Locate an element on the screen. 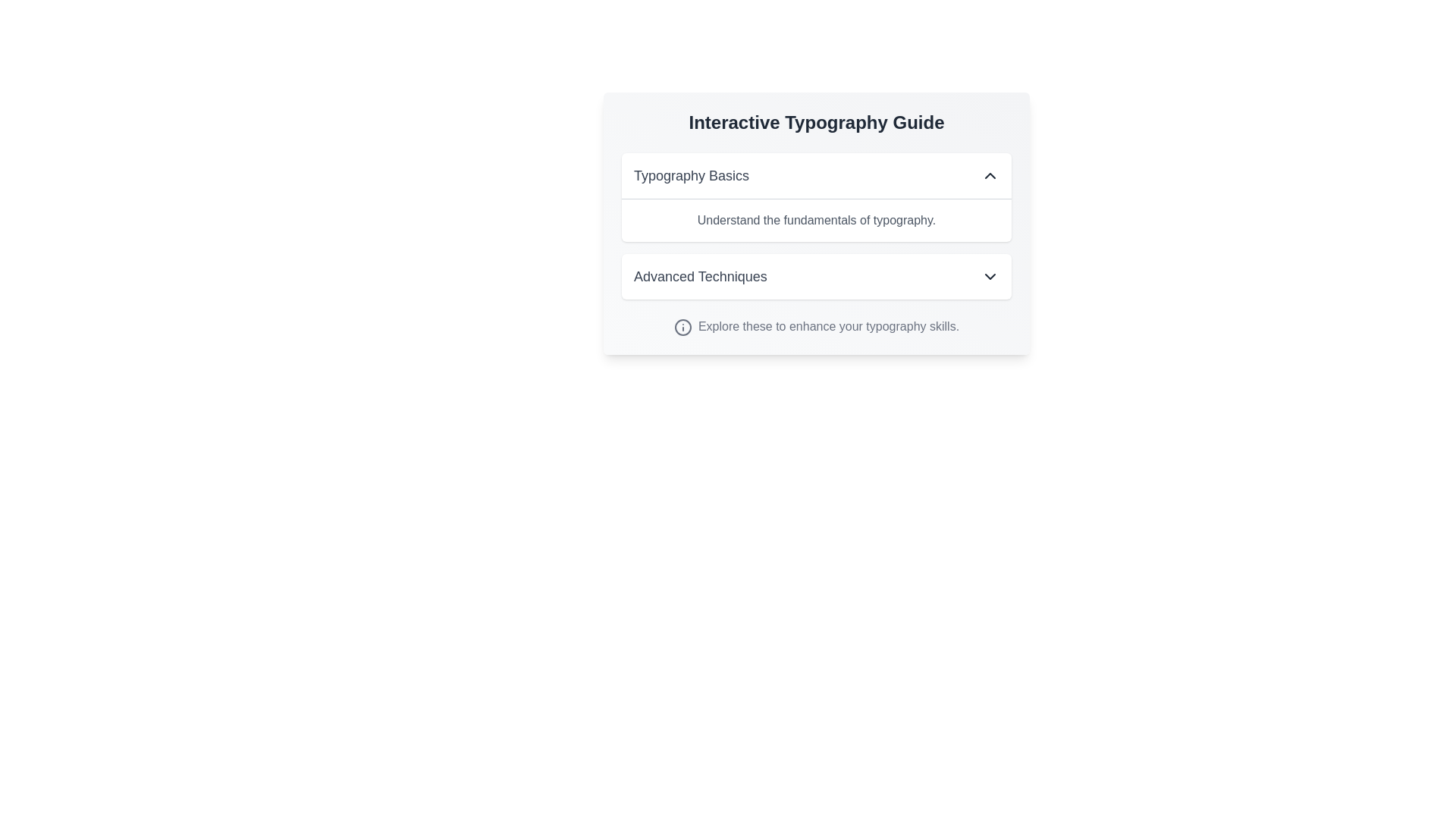 This screenshot has height=819, width=1456. the outlined circle icon with an 'i' symbol is located at coordinates (682, 326).